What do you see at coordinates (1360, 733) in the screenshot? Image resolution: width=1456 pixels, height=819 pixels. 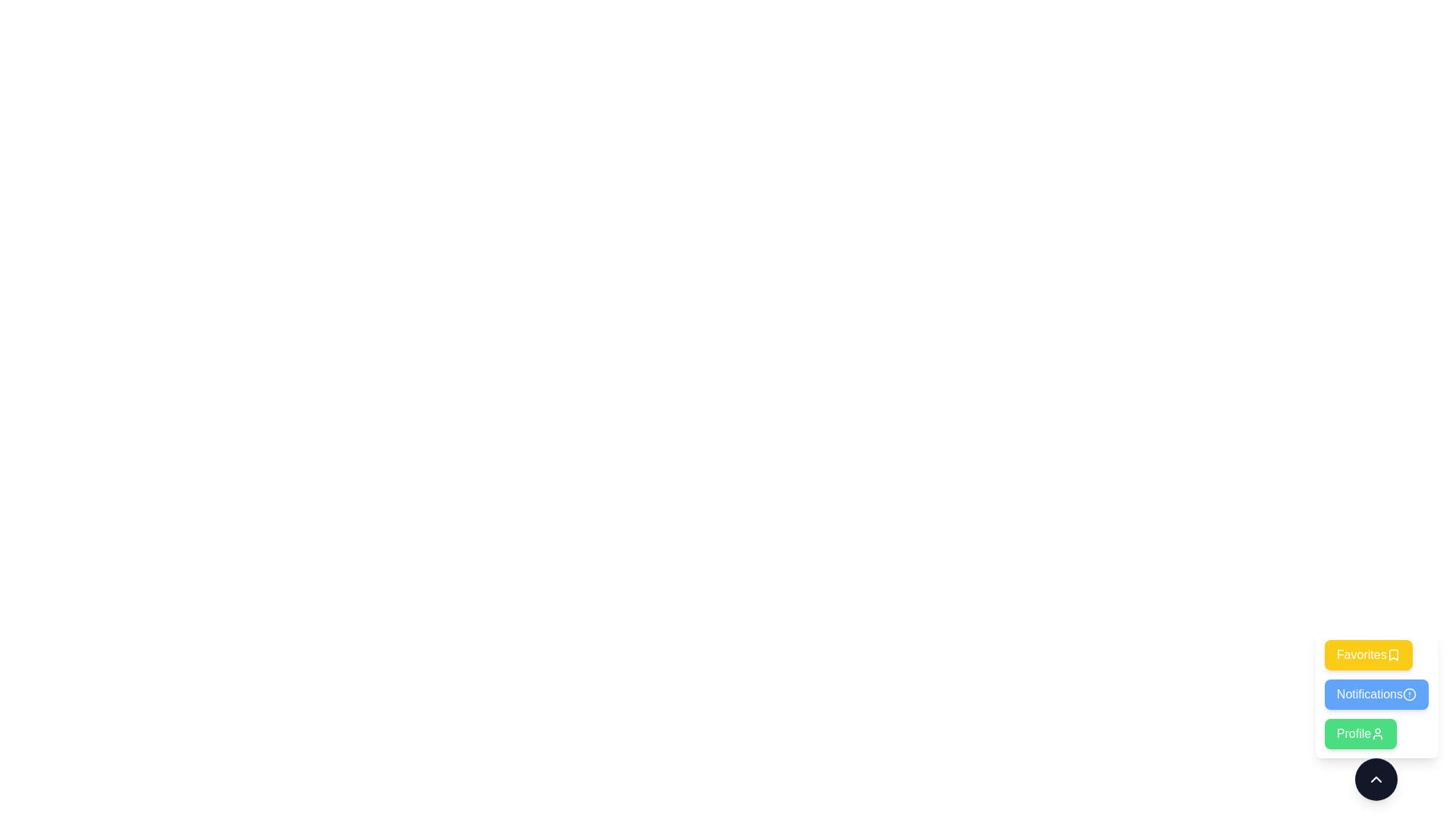 I see `the Profile button to select the corresponding option` at bounding box center [1360, 733].